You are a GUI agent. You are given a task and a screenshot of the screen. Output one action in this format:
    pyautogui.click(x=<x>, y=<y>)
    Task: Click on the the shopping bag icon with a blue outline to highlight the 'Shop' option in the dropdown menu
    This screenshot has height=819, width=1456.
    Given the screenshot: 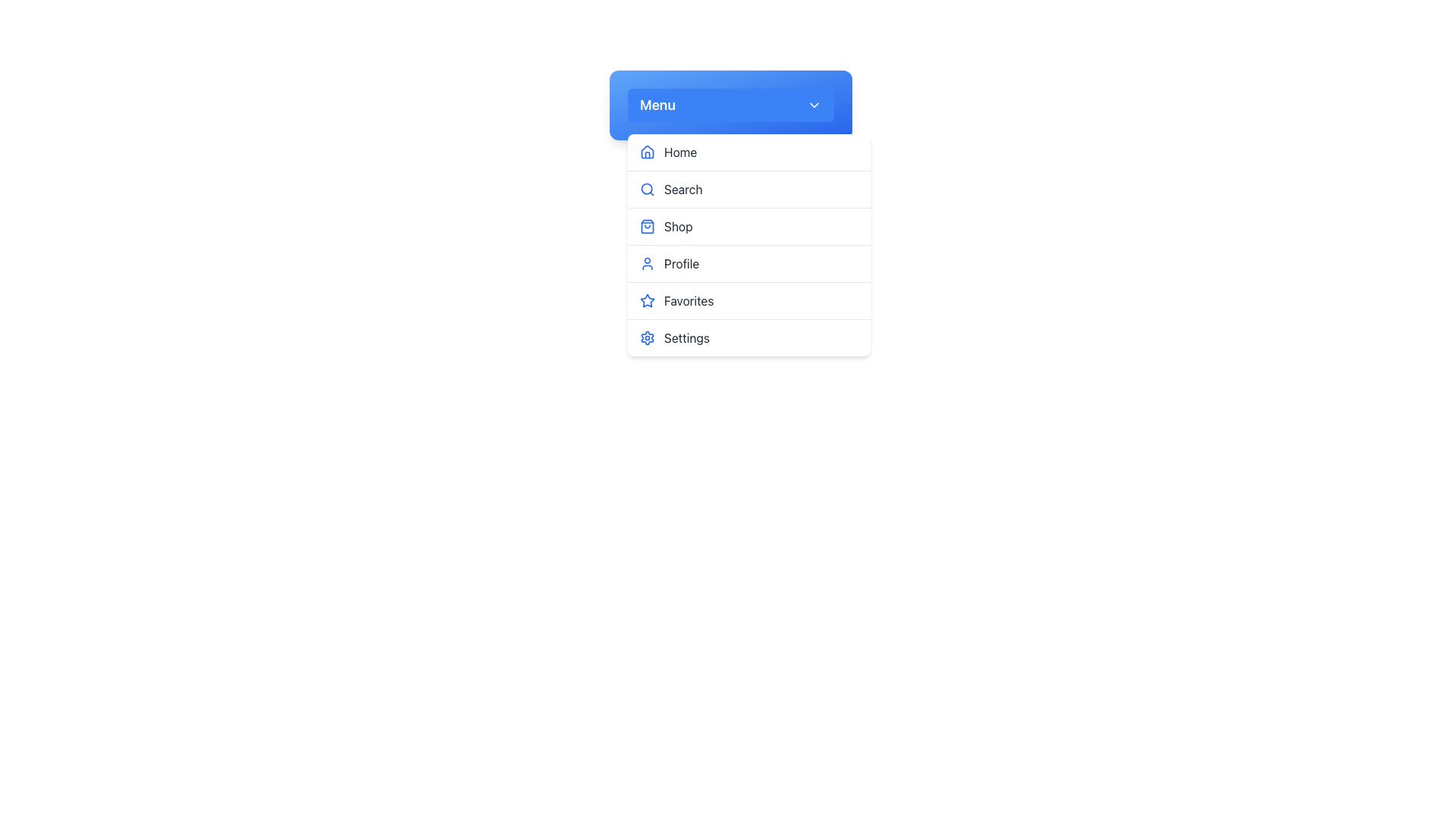 What is the action you would take?
    pyautogui.click(x=648, y=227)
    